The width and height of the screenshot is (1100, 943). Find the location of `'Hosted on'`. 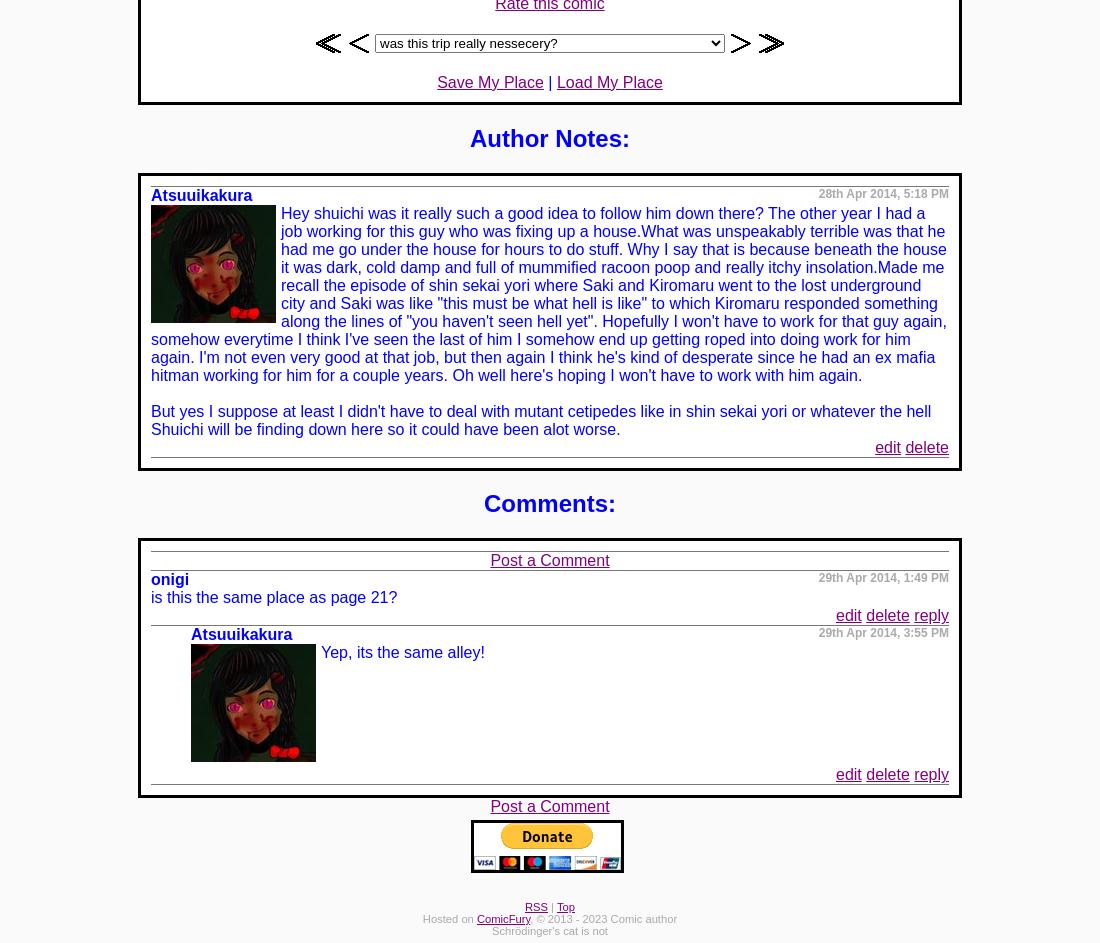

'Hosted on' is located at coordinates (448, 917).